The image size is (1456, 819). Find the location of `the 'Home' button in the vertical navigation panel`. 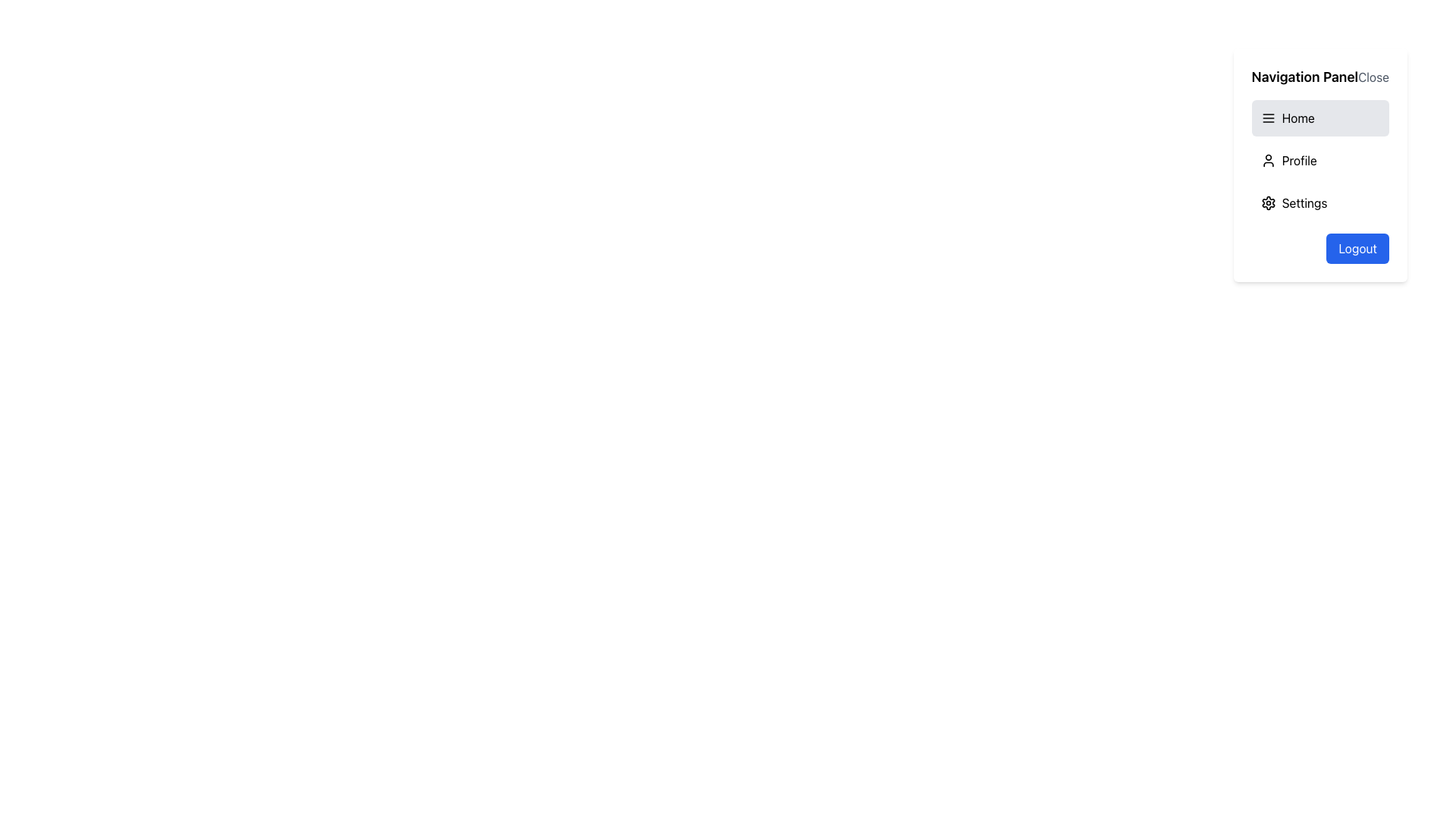

the 'Home' button in the vertical navigation panel is located at coordinates (1319, 117).